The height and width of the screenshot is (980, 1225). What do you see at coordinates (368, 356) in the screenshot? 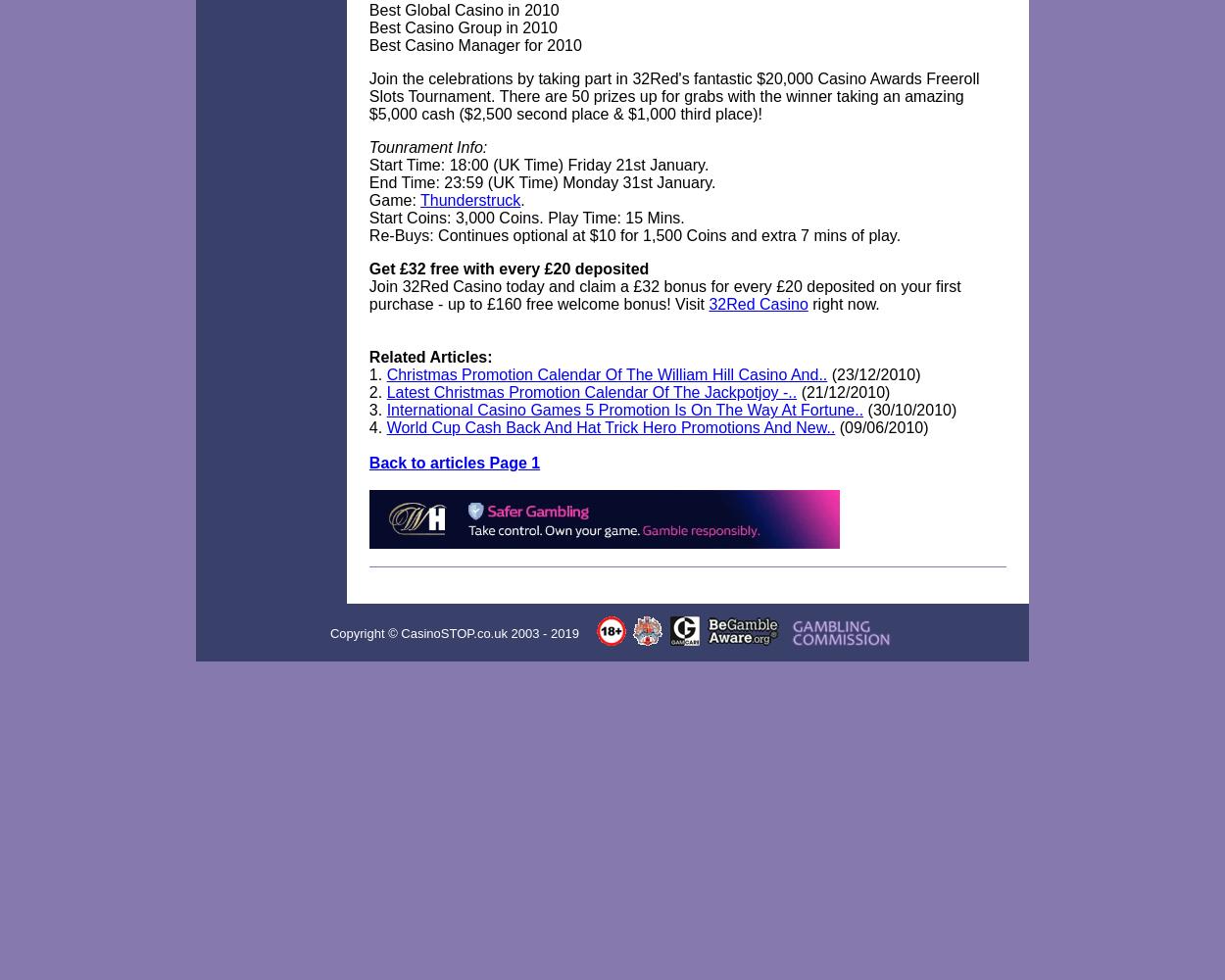
I see `'Related Articles:'` at bounding box center [368, 356].